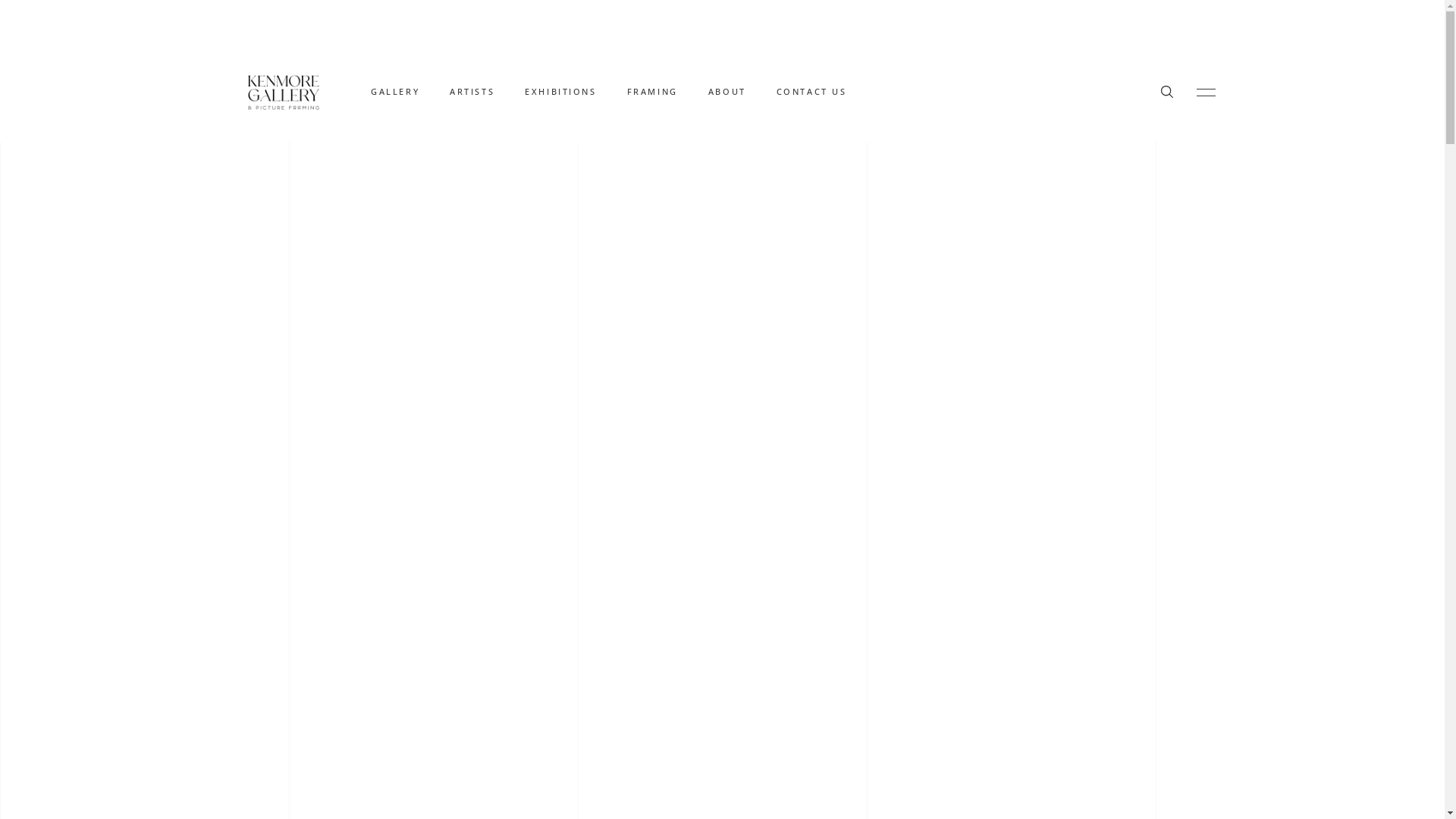  What do you see at coordinates (652, 91) in the screenshot?
I see `'FRAMING'` at bounding box center [652, 91].